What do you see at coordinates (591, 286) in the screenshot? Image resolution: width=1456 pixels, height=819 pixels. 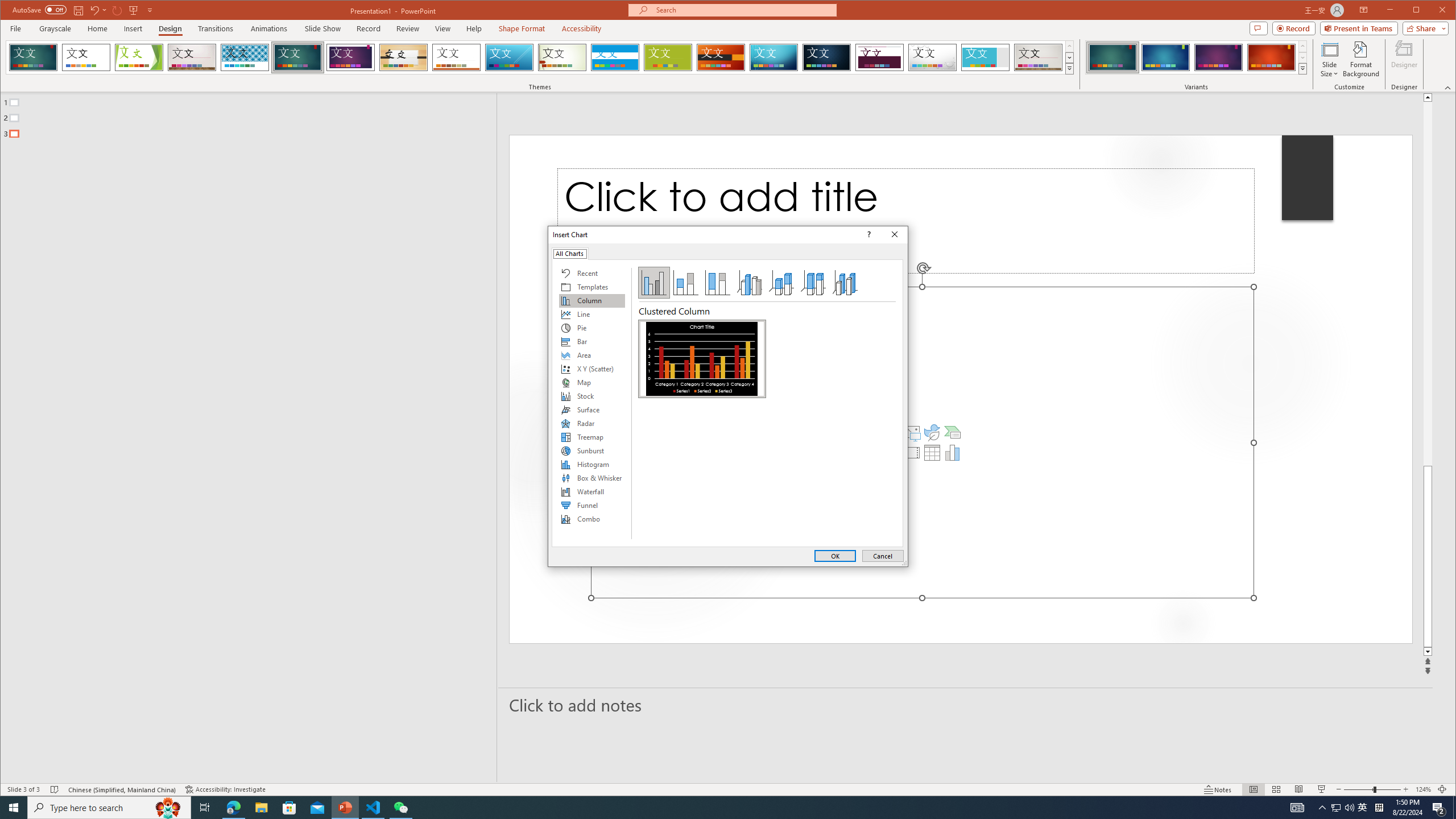 I see `'Templates'` at bounding box center [591, 286].